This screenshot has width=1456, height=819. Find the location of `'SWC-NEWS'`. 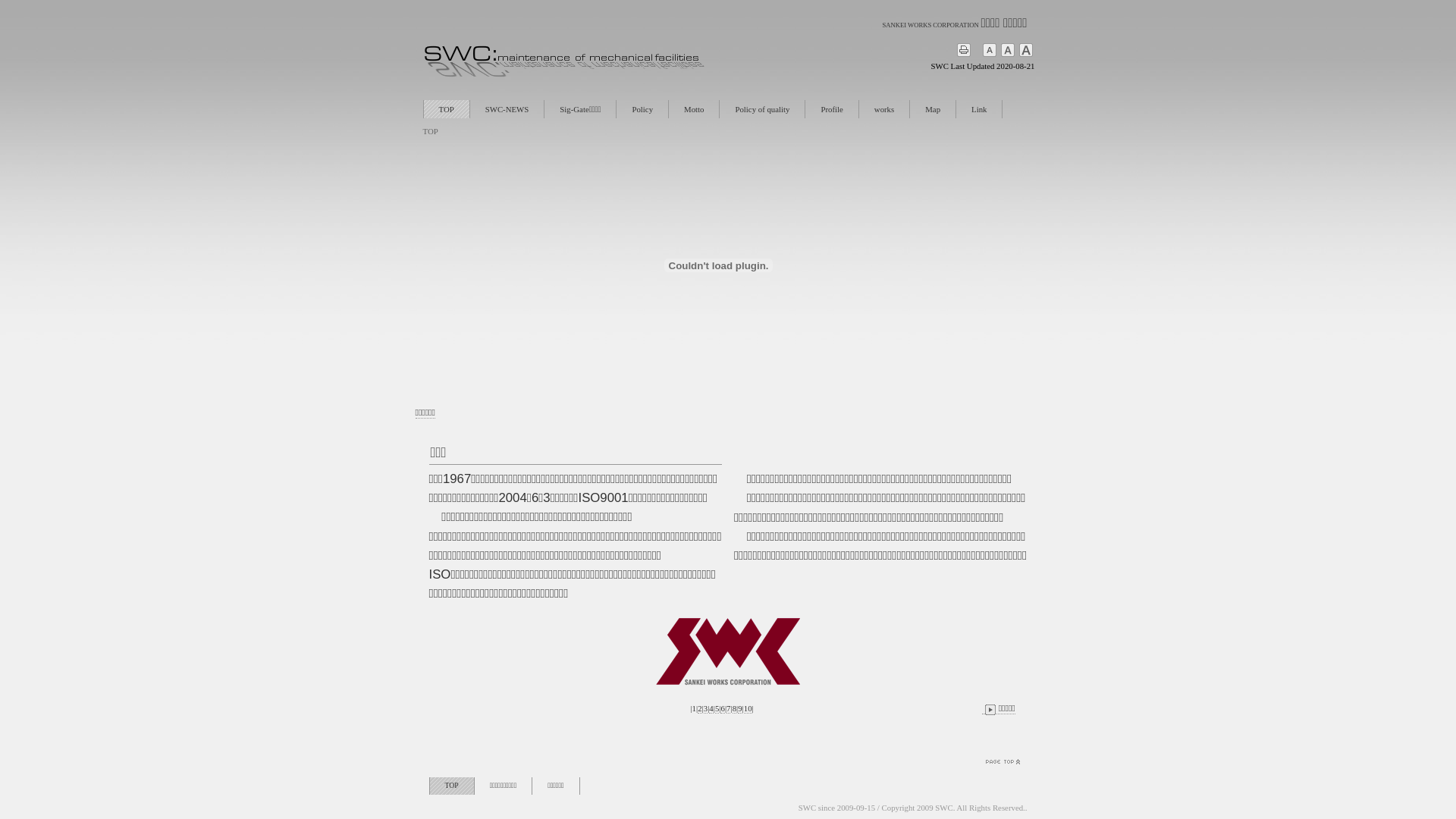

'SWC-NEWS' is located at coordinates (507, 108).